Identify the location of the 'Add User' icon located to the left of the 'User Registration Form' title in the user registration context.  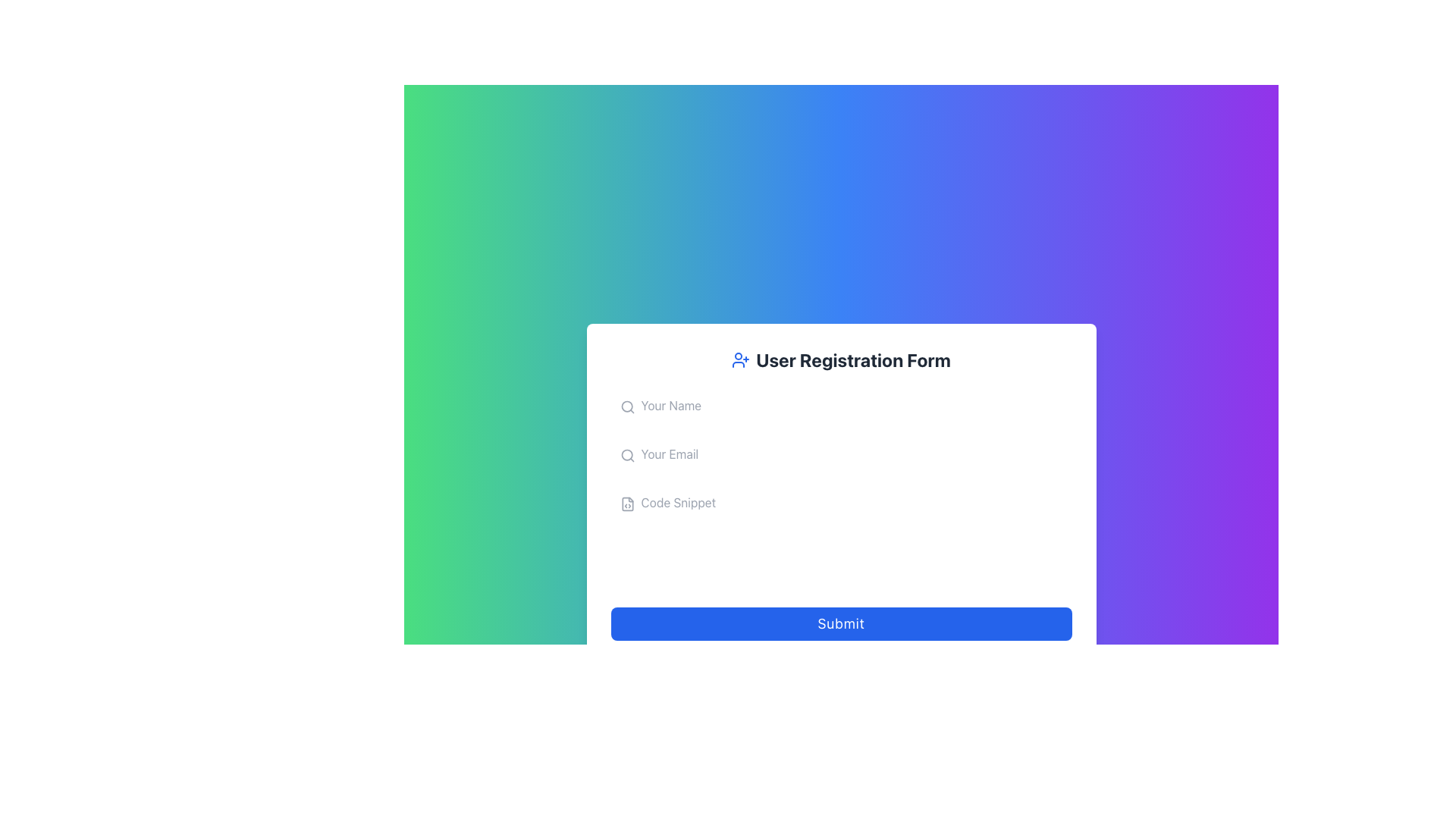
(741, 359).